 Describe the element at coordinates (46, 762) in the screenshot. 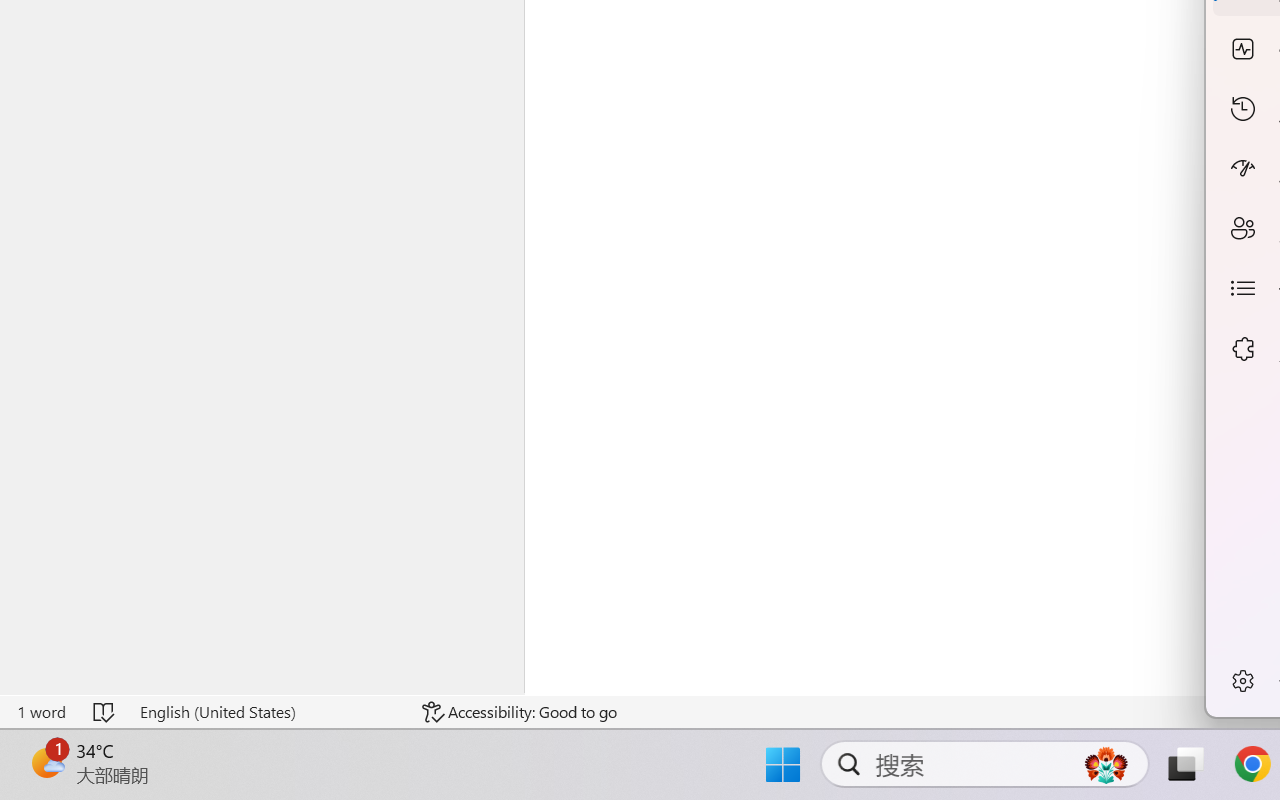

I see `'AutomationID: BadgeAnchorLargeTicker'` at that location.